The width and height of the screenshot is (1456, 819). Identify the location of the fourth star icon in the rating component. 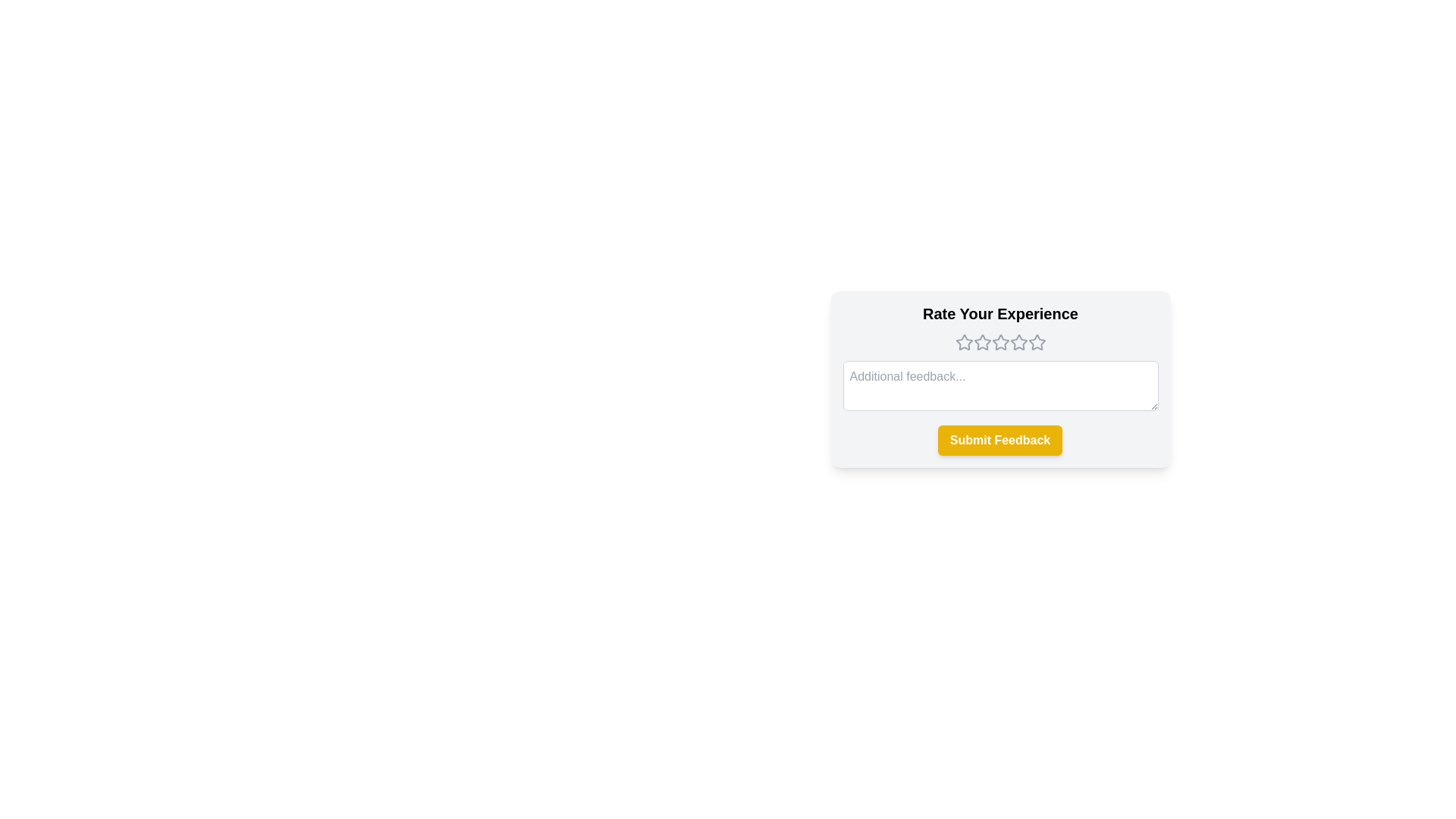
(1036, 342).